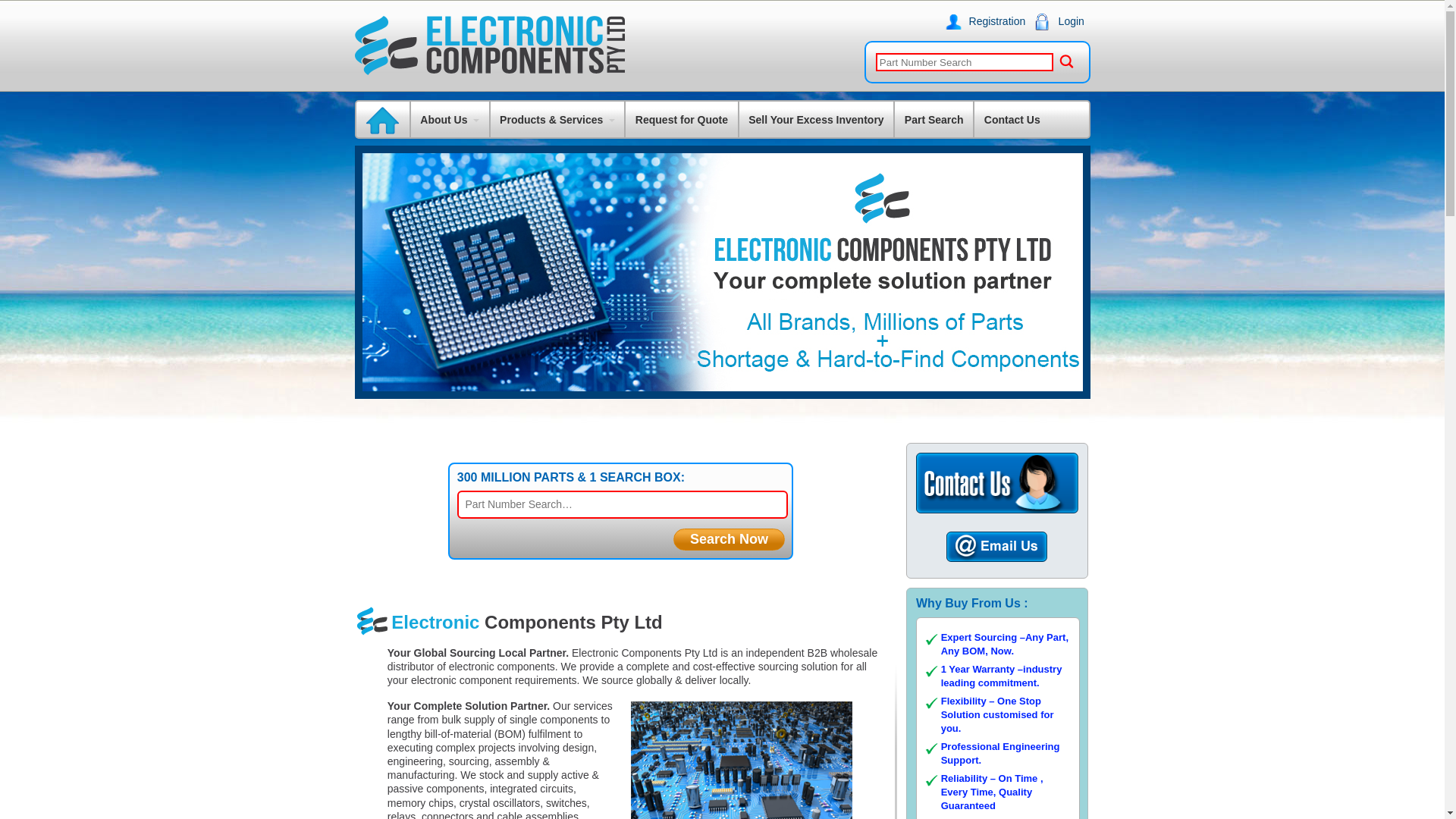  I want to click on 'Search Now', so click(729, 538).